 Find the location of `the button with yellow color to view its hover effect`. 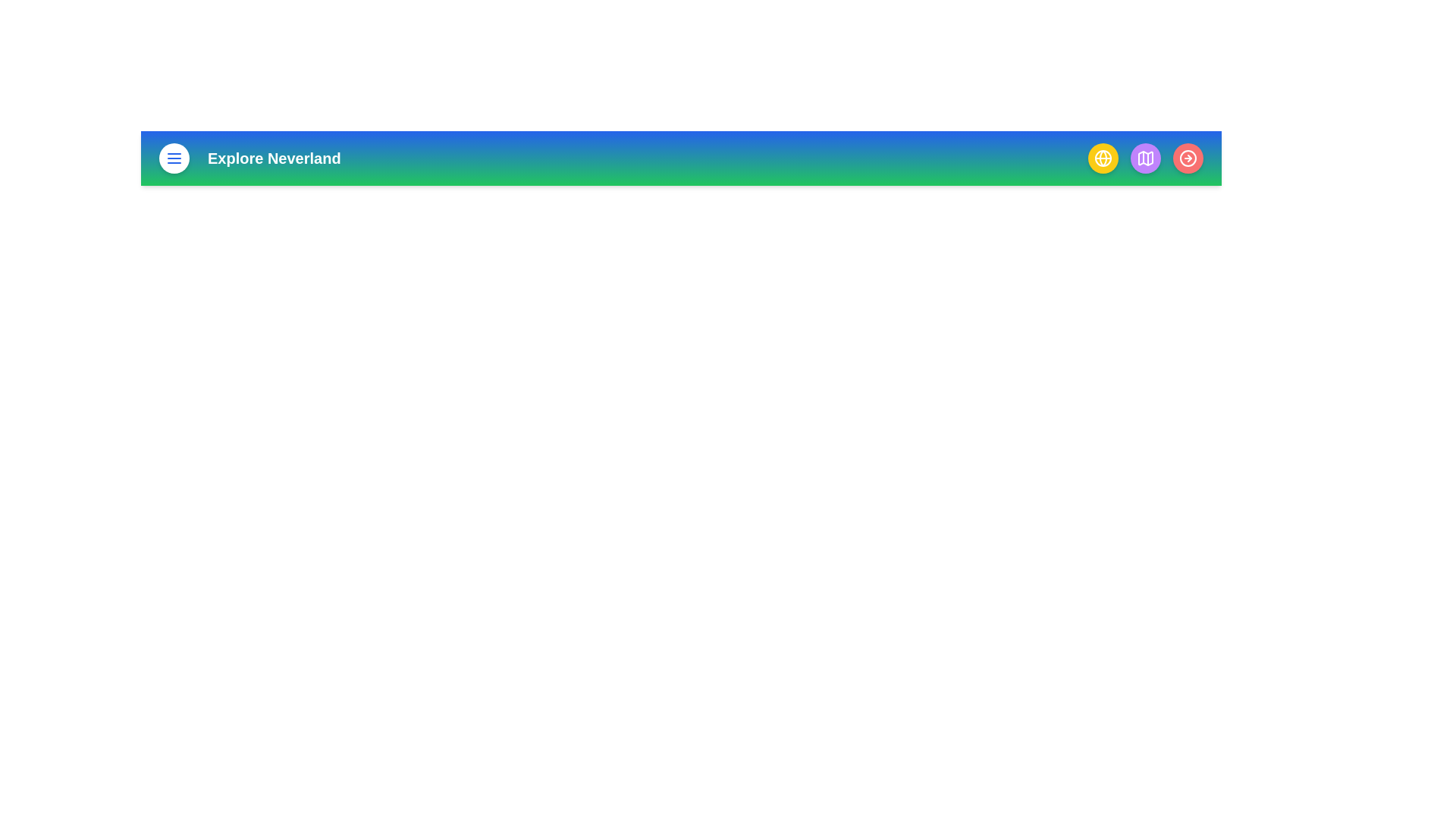

the button with yellow color to view its hover effect is located at coordinates (1103, 158).